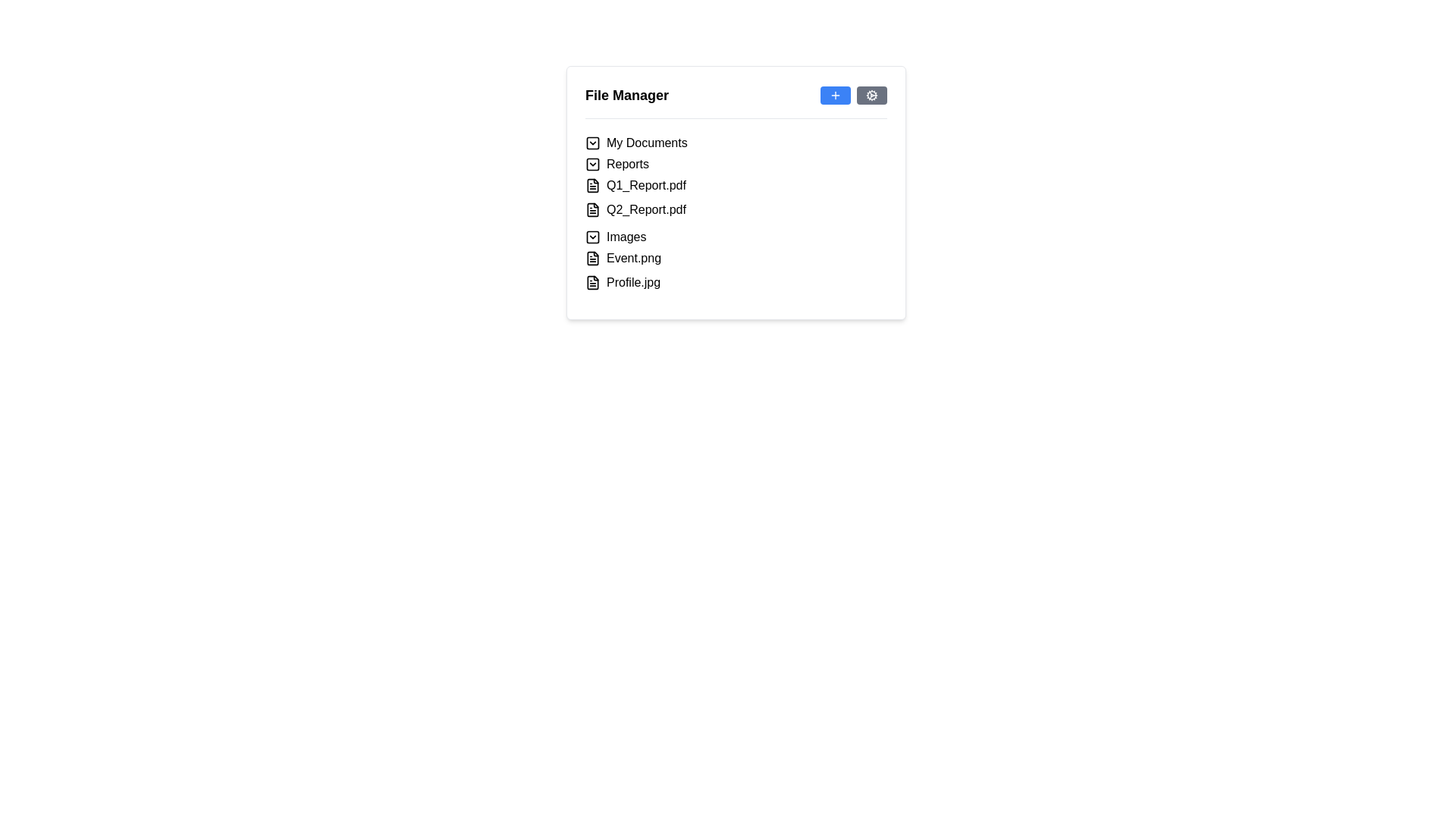 The height and width of the screenshot is (819, 1456). I want to click on the settings icon located in the header of the 'File Manager' card, to the right of the blue '+' button, so click(872, 96).